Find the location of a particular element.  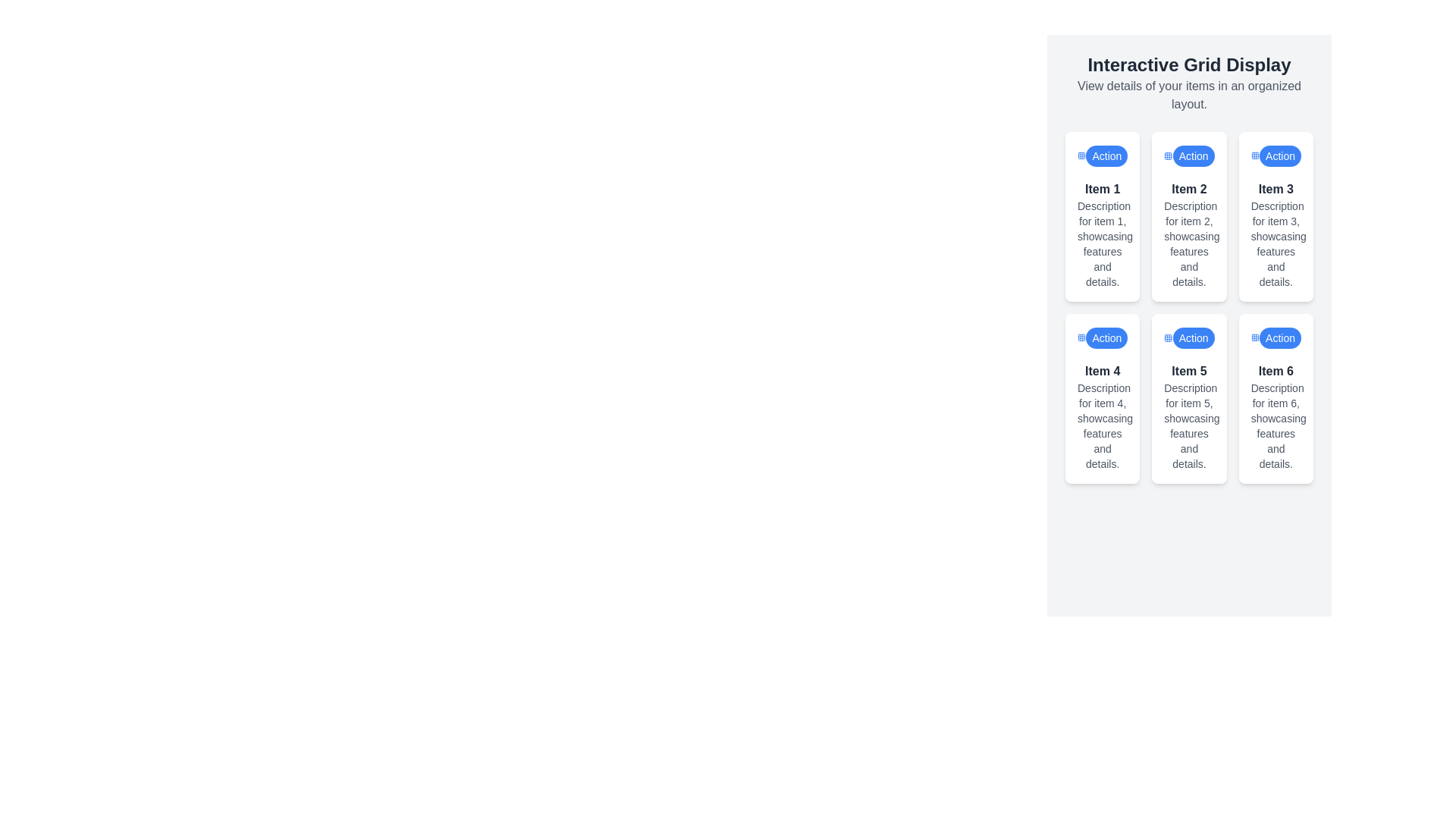

the 'Action' button located in the top-right corner of the third card in a grid layout to activate the hover effect is located at coordinates (1279, 155).